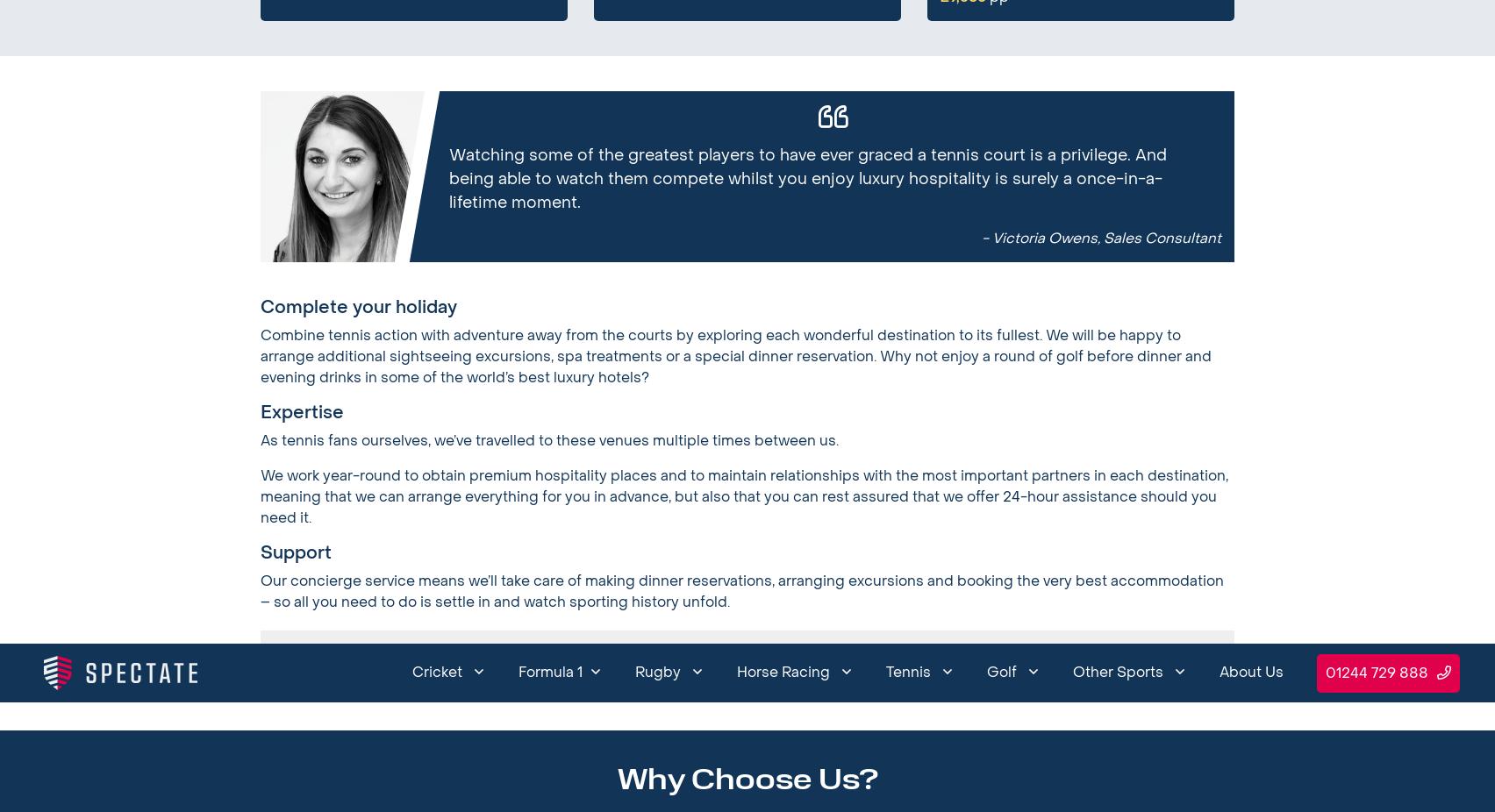 The width and height of the screenshot is (1495, 812). What do you see at coordinates (1127, 61) in the screenshot?
I see `'Blog'` at bounding box center [1127, 61].